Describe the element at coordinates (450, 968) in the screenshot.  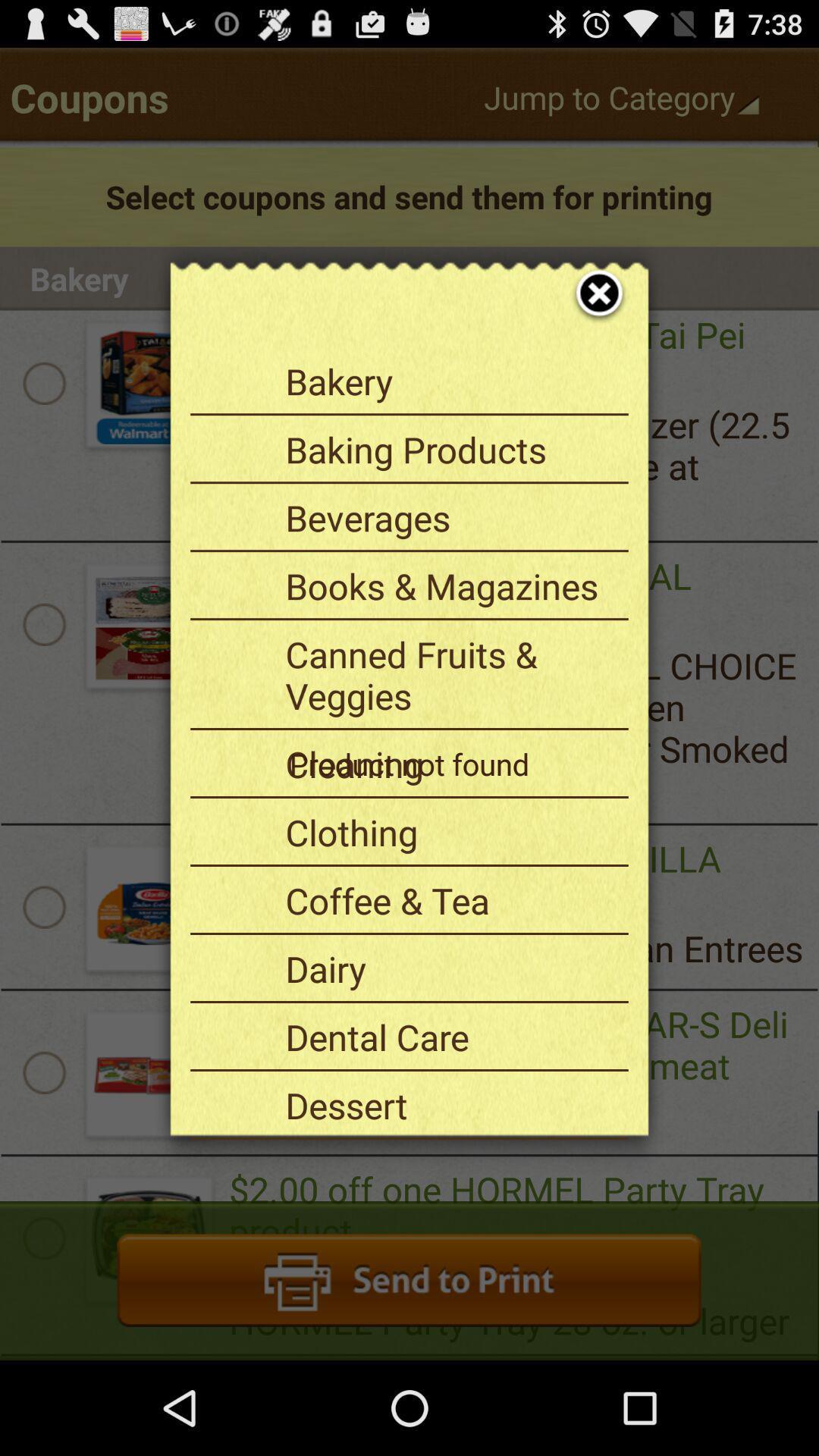
I see `the dairy icon` at that location.